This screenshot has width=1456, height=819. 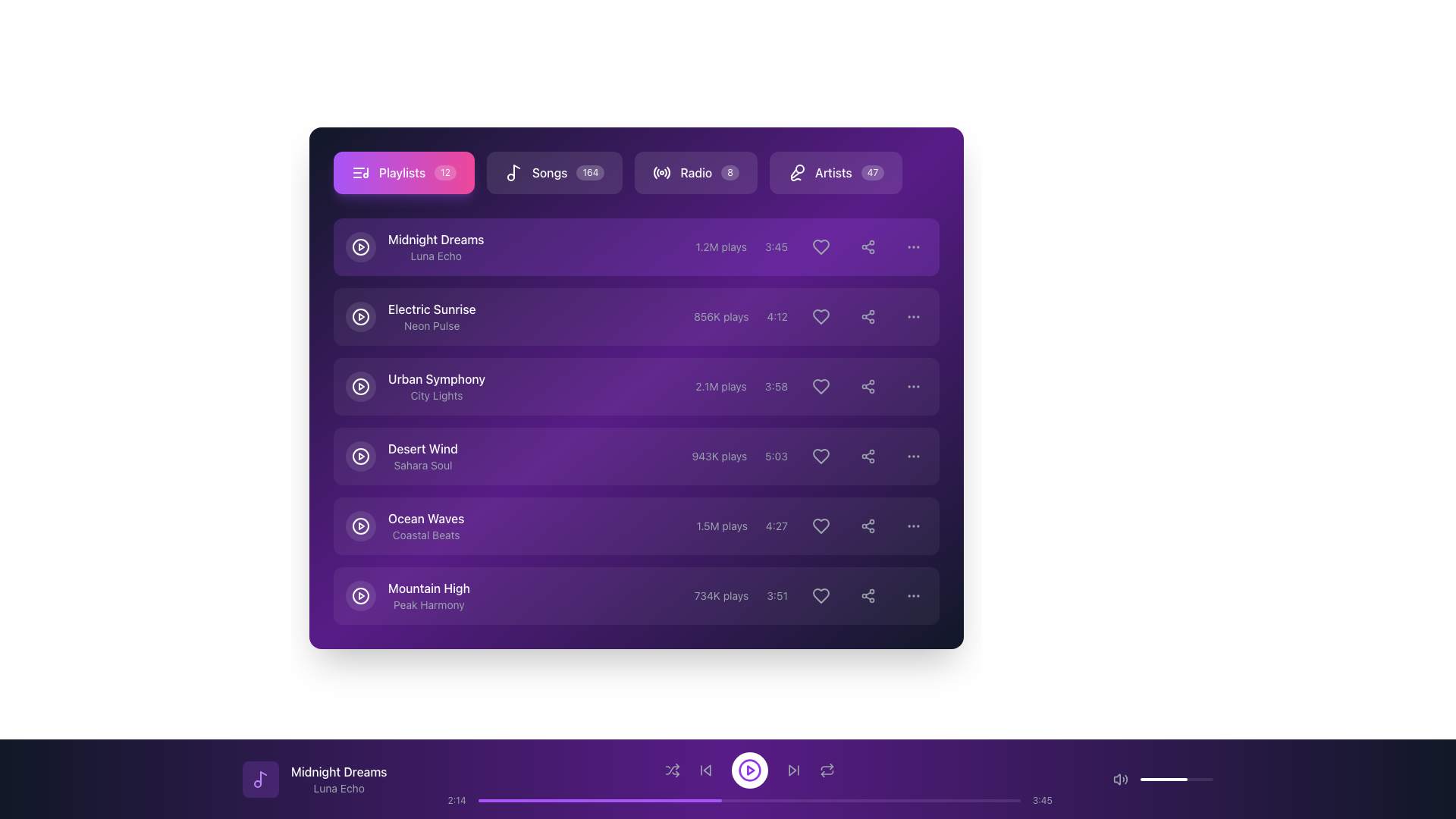 I want to click on the 'Radio' navigation button icon, which serves as a visual indicator for radio features within the application, located in the top horizontal menu bar, so click(x=662, y=171).